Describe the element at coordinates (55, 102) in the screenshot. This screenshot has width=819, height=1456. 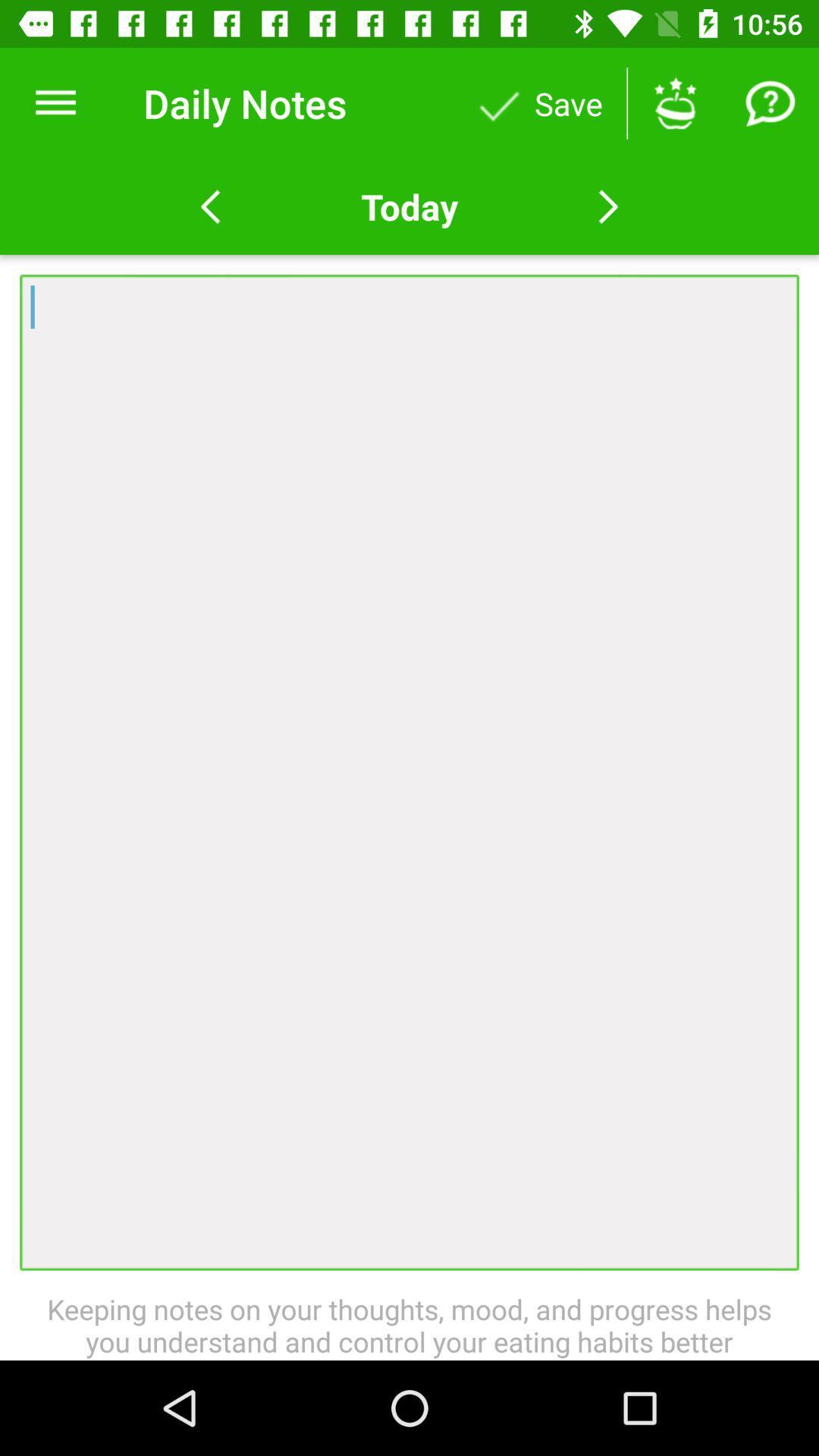
I see `item next to the daily notes item` at that location.